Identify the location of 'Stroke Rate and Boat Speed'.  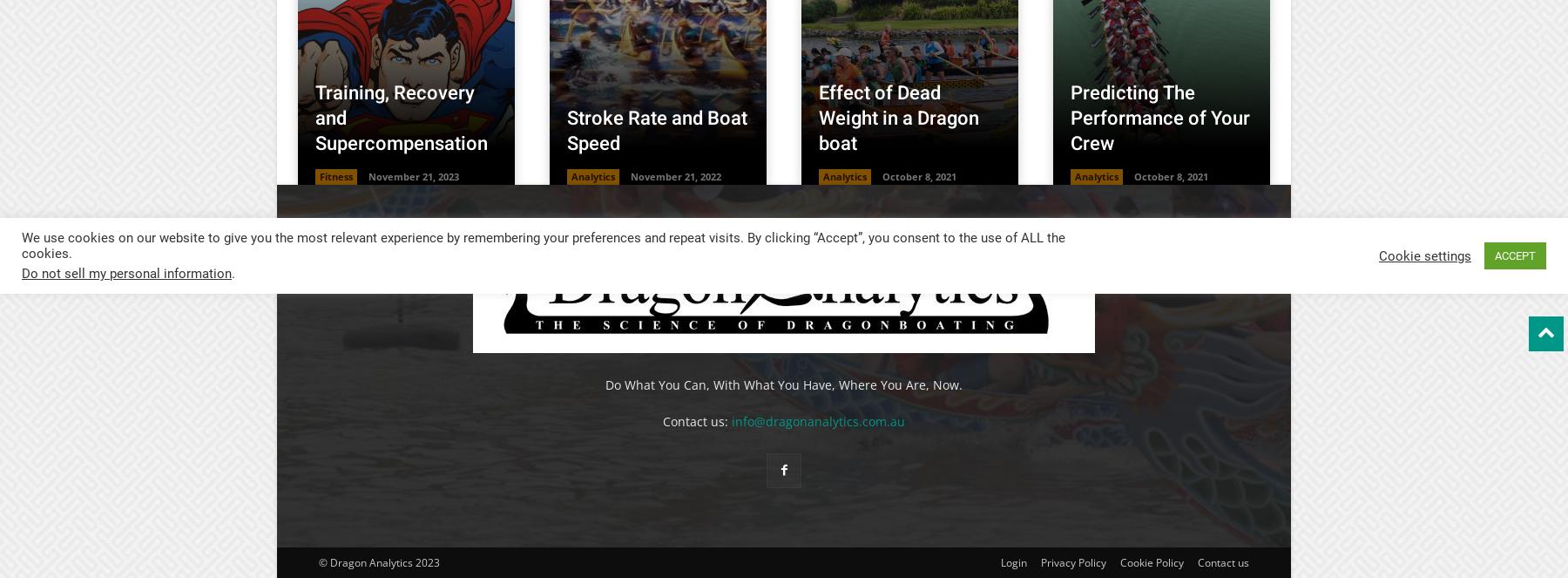
(656, 130).